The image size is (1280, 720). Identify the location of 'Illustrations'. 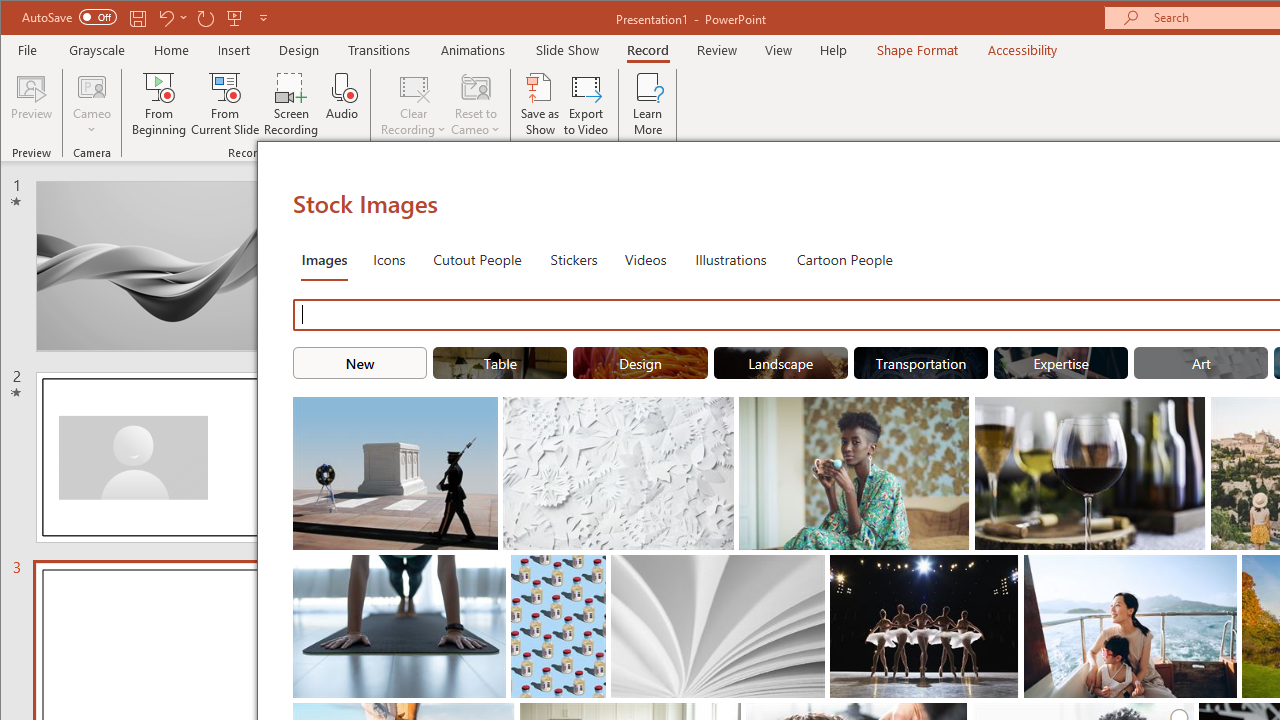
(729, 257).